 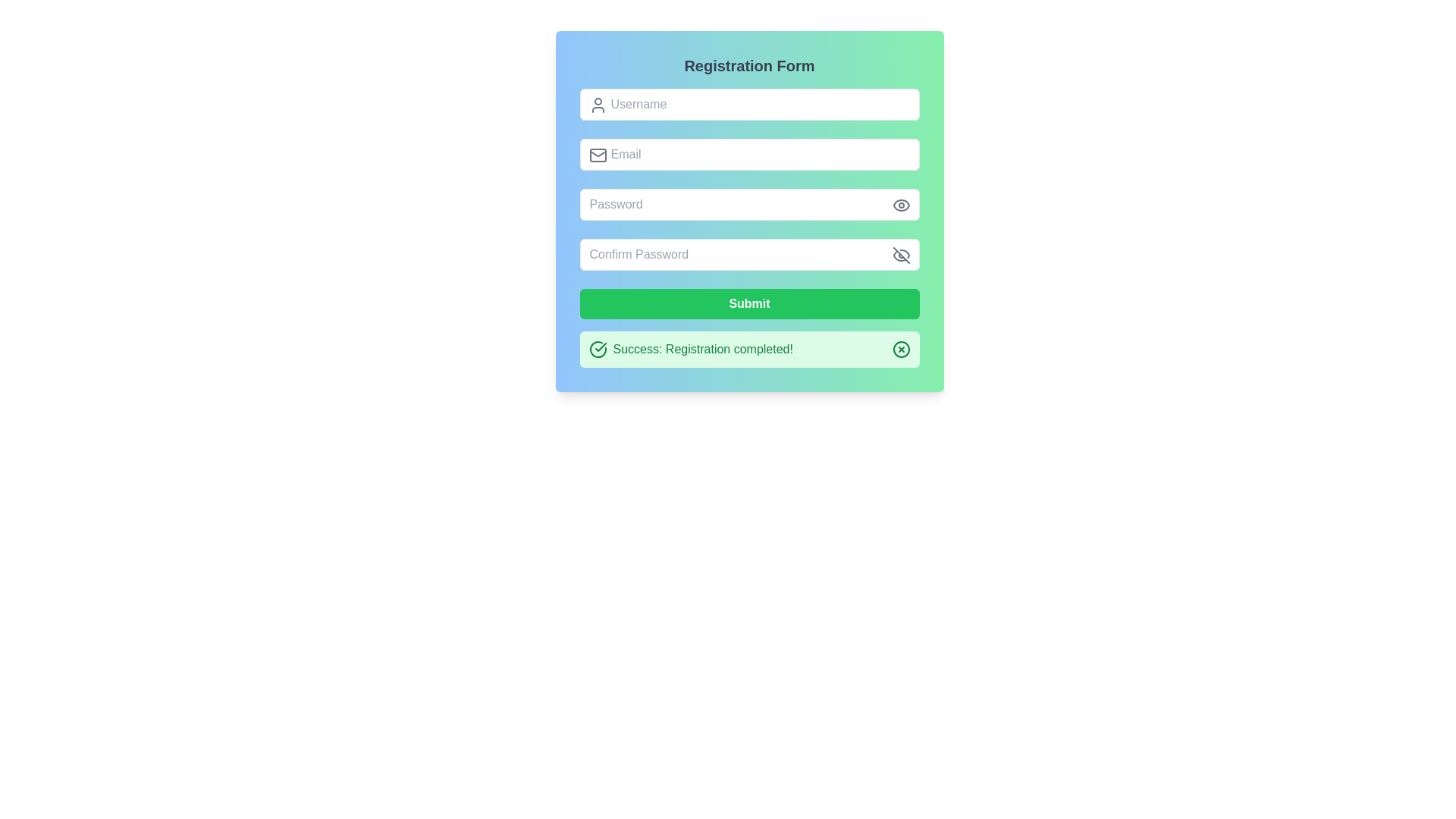 What do you see at coordinates (749, 203) in the screenshot?
I see `the Form section within the Registration Form component, which features a vertically stacked layout with green and blue background gradients` at bounding box center [749, 203].